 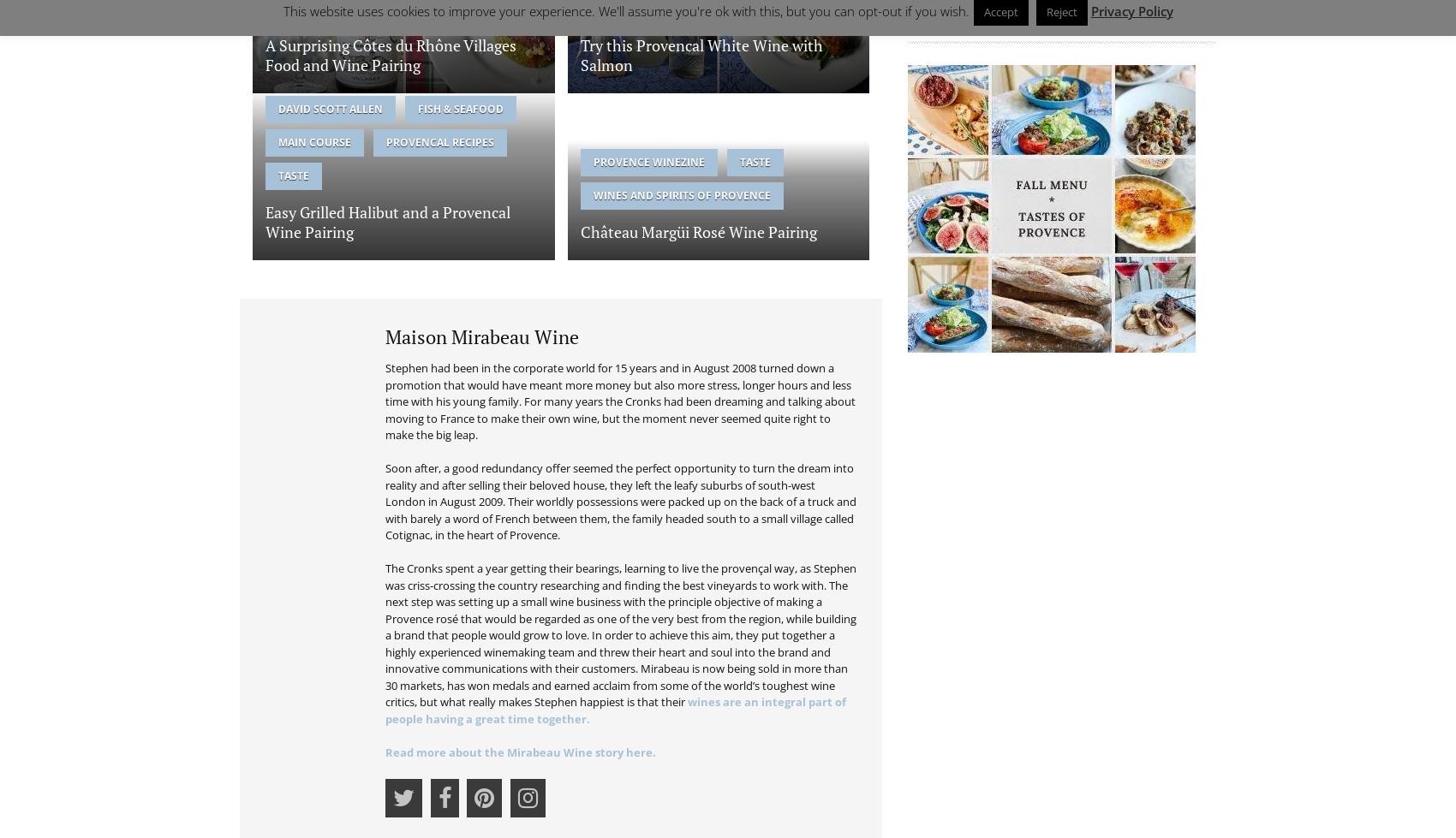 What do you see at coordinates (481, 336) in the screenshot?
I see `'Maison Mirabeau Wine'` at bounding box center [481, 336].